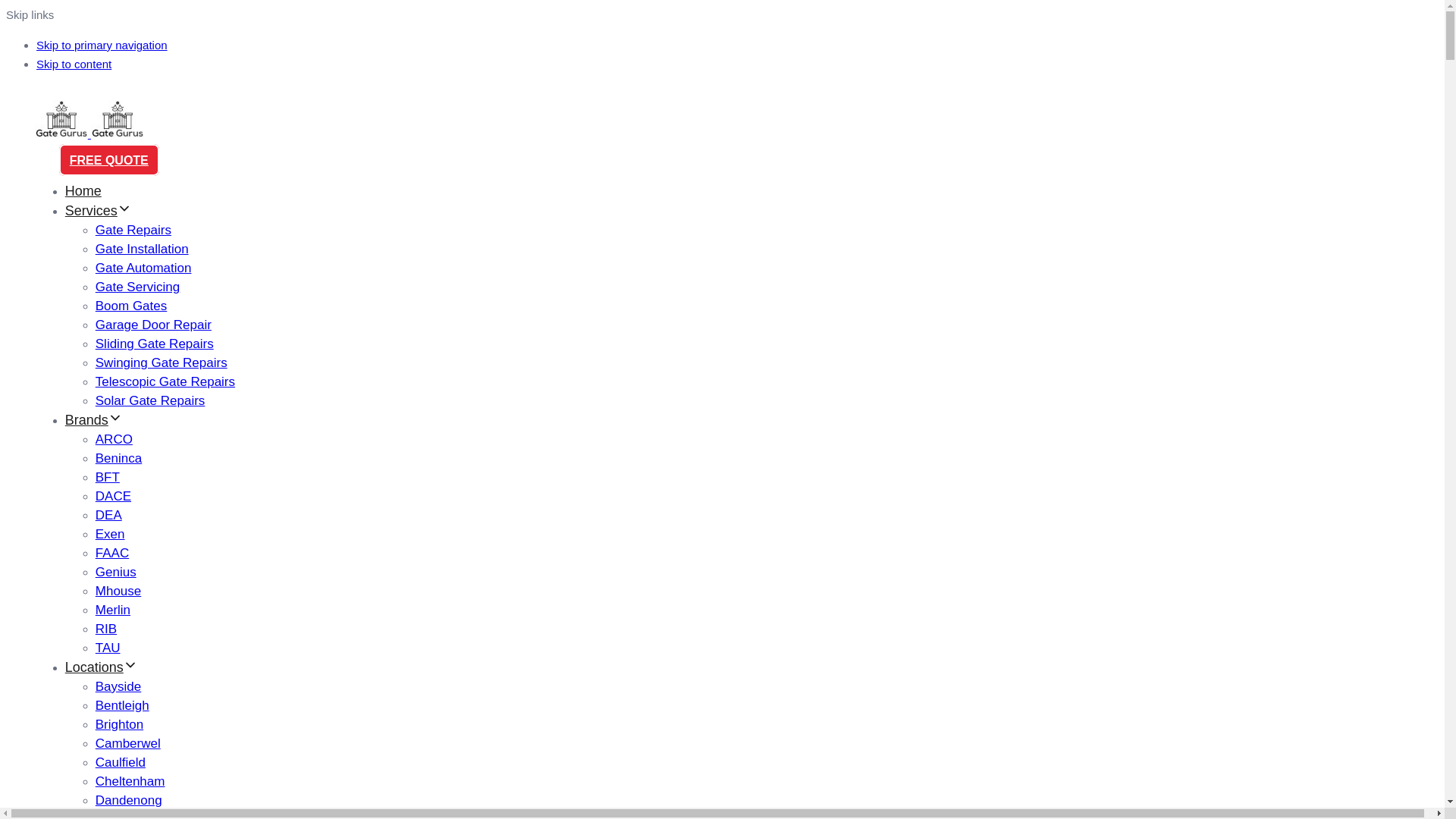 This screenshot has height=819, width=1456. Describe the element at coordinates (94, 514) in the screenshot. I see `'DEA'` at that location.